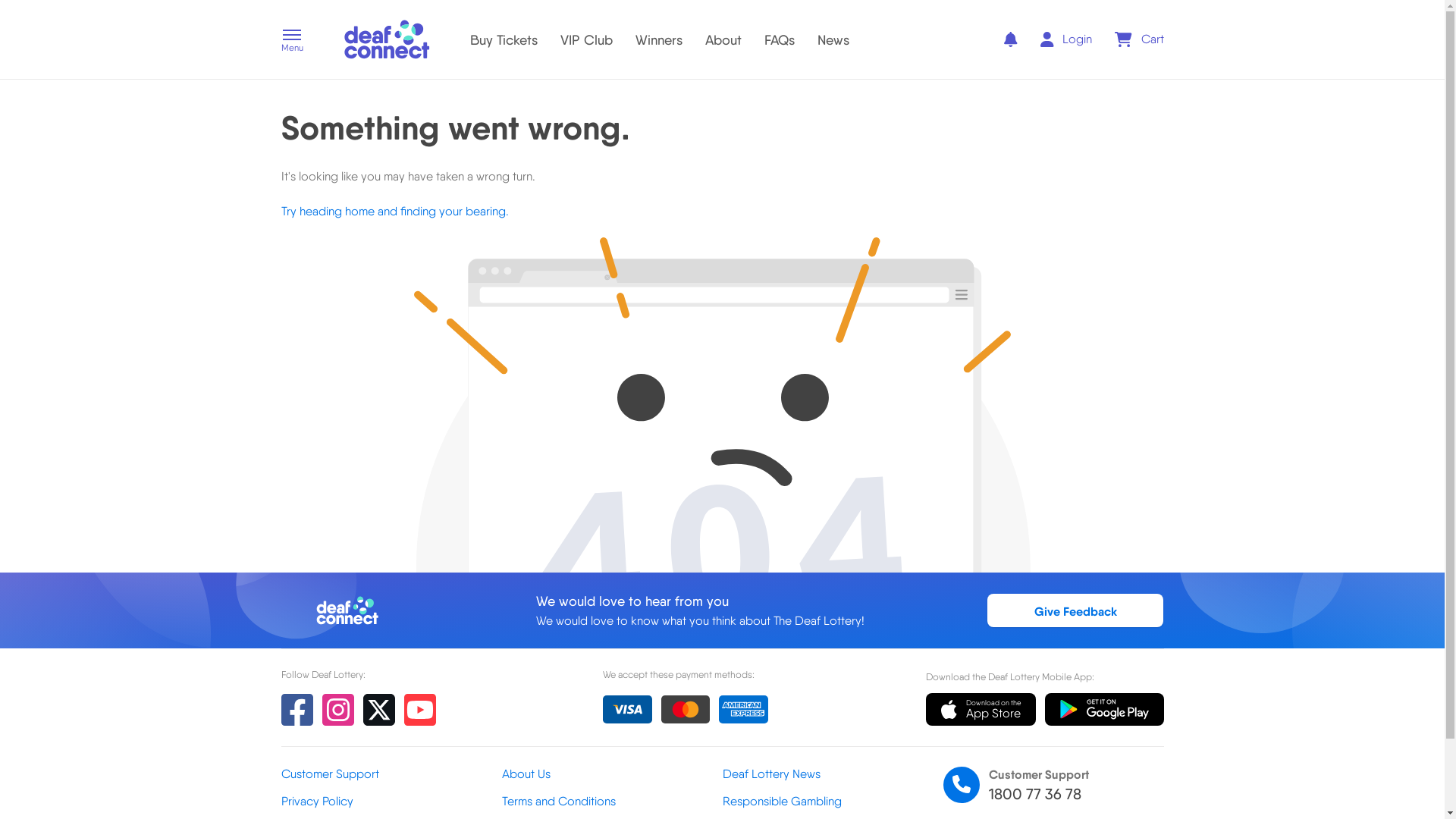 This screenshot has width=1456, height=819. I want to click on 'Terms and Conditions', so click(502, 800).